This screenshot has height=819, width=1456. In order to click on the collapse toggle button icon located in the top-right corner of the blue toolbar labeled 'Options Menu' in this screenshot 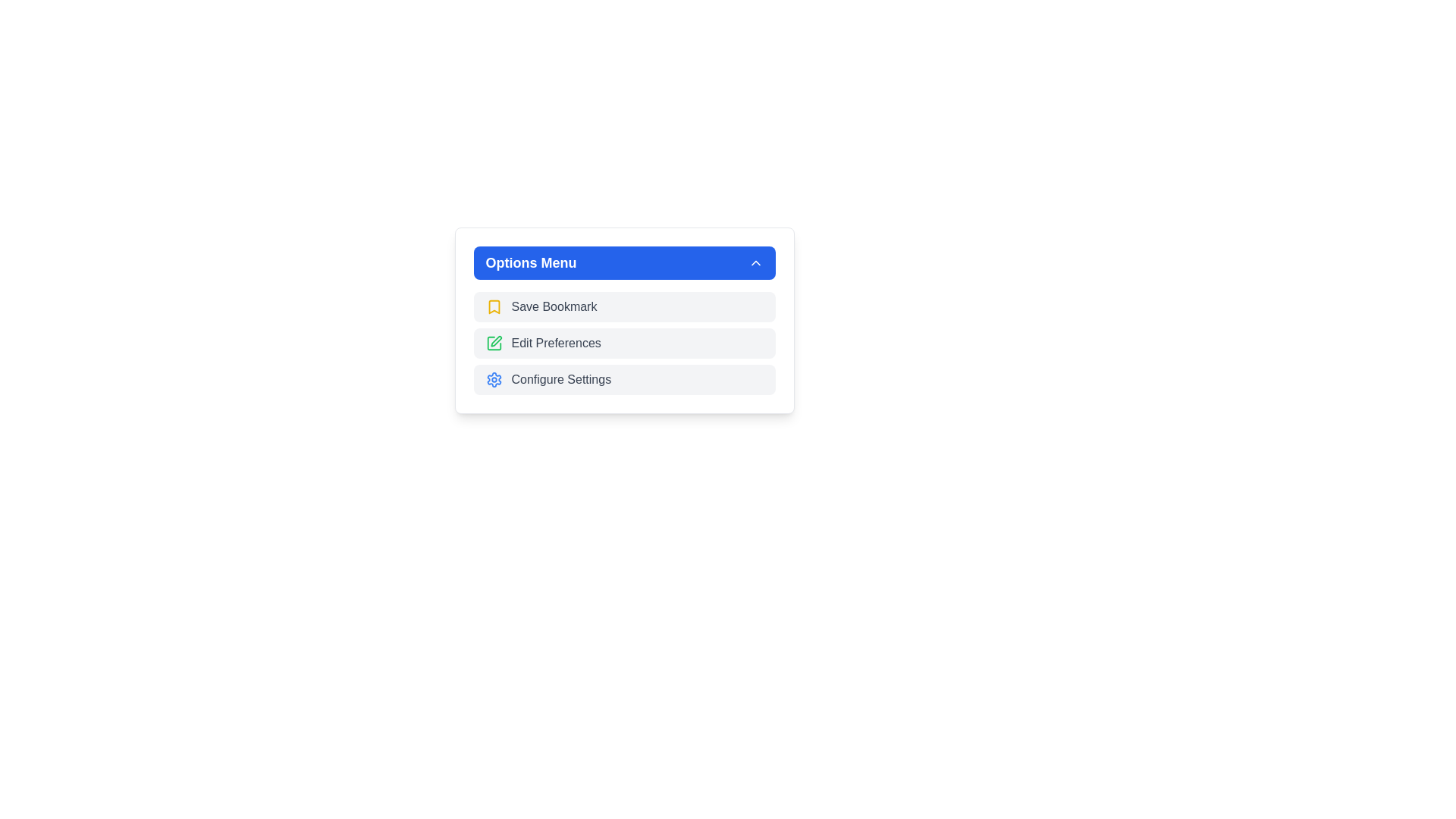, I will do `click(755, 262)`.